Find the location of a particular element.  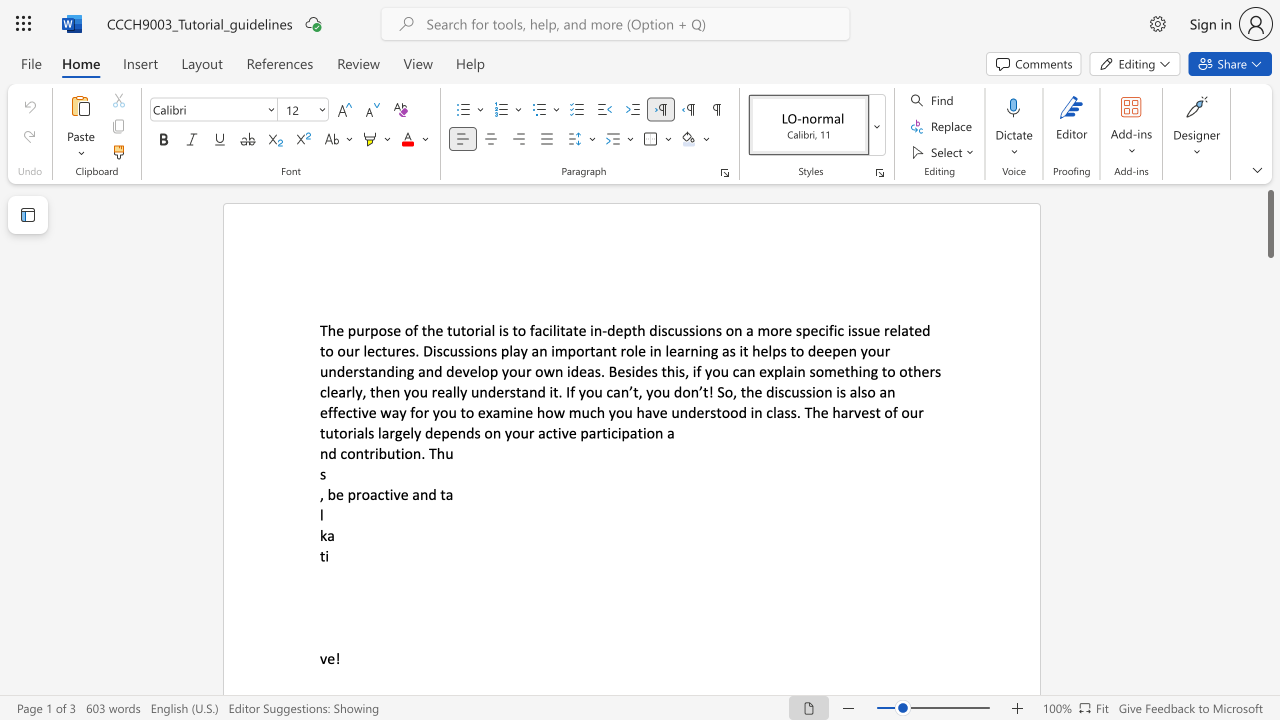

the scrollbar on the right to shift the page lower is located at coordinates (1269, 650).